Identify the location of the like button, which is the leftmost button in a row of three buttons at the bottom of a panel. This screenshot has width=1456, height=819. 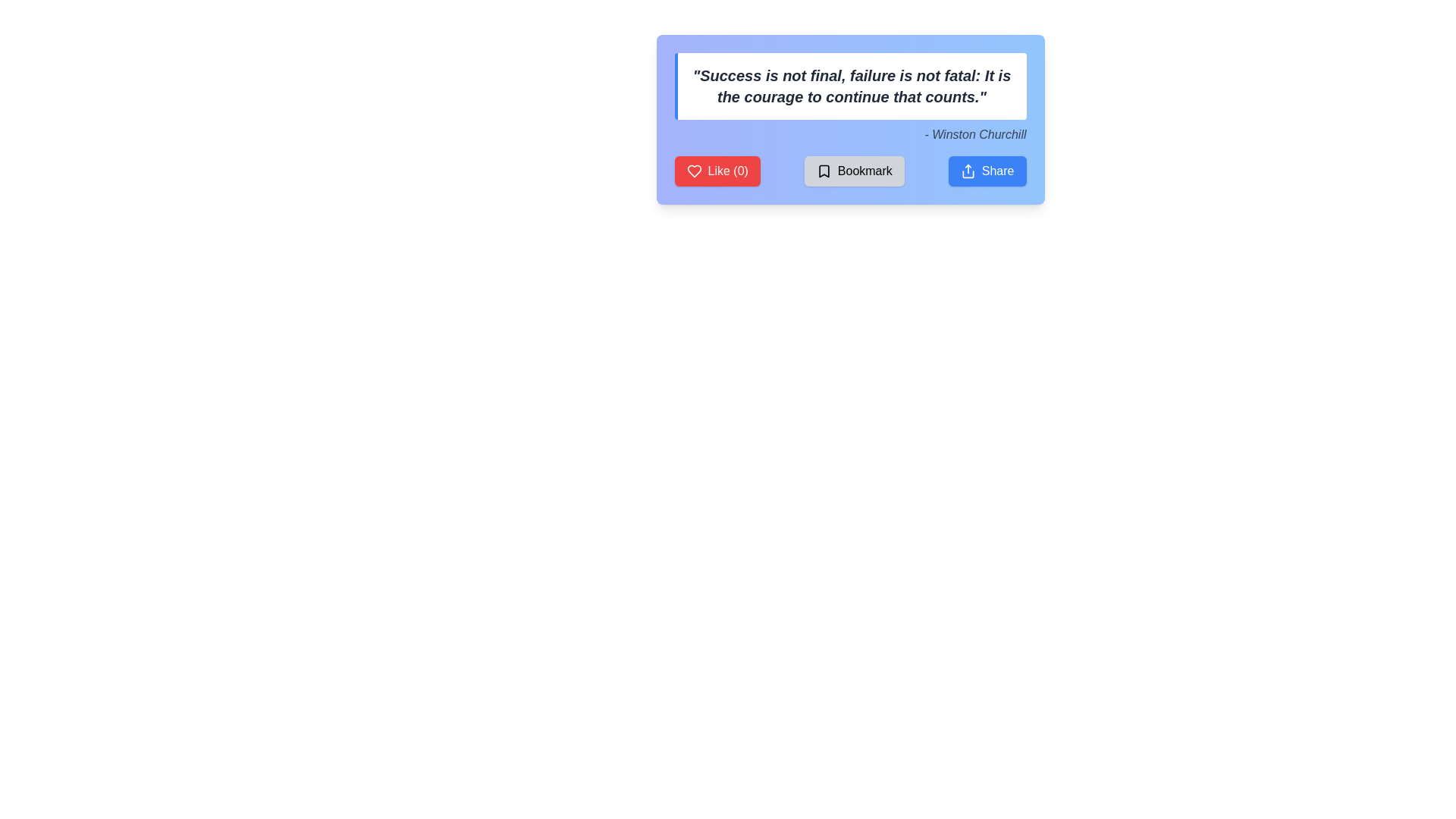
(717, 171).